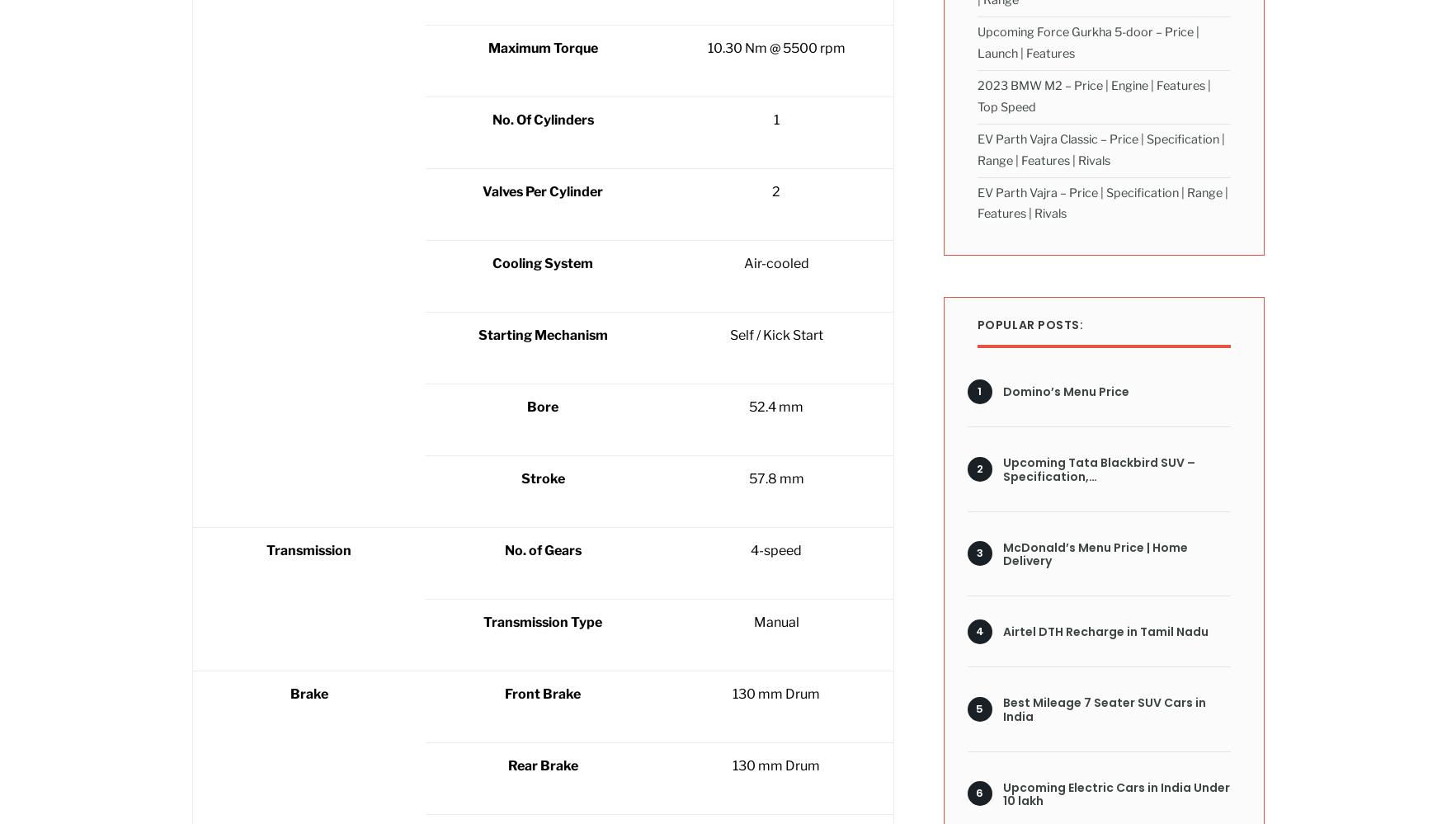  I want to click on 'Front Brake', so click(541, 693).